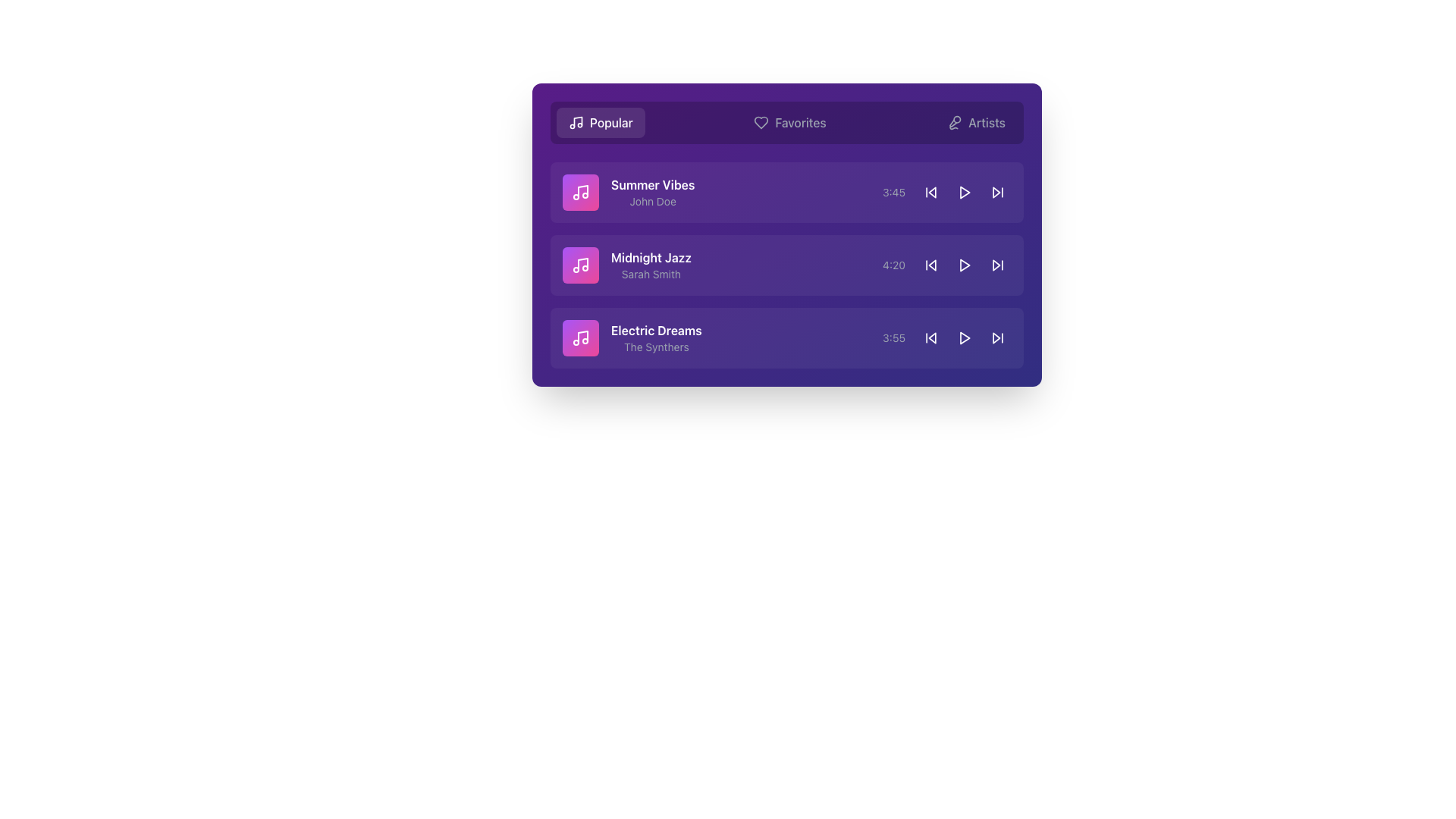  What do you see at coordinates (997, 265) in the screenshot?
I see `the forward navigation button styled as a simple arrow inside a circular button with a purple background, located in the second row of the list, to the far right in the last column` at bounding box center [997, 265].